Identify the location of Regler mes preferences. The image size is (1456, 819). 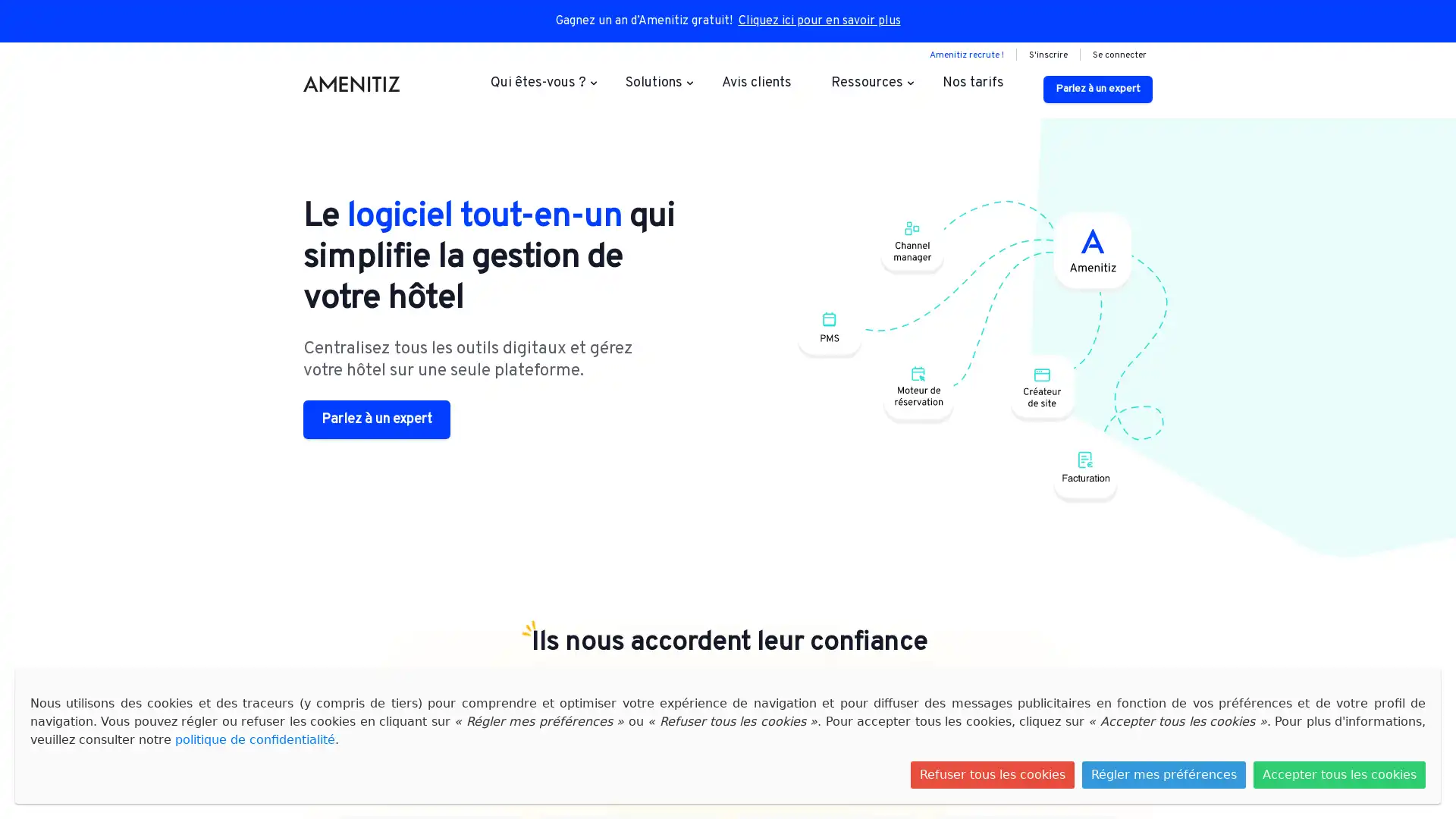
(1163, 775).